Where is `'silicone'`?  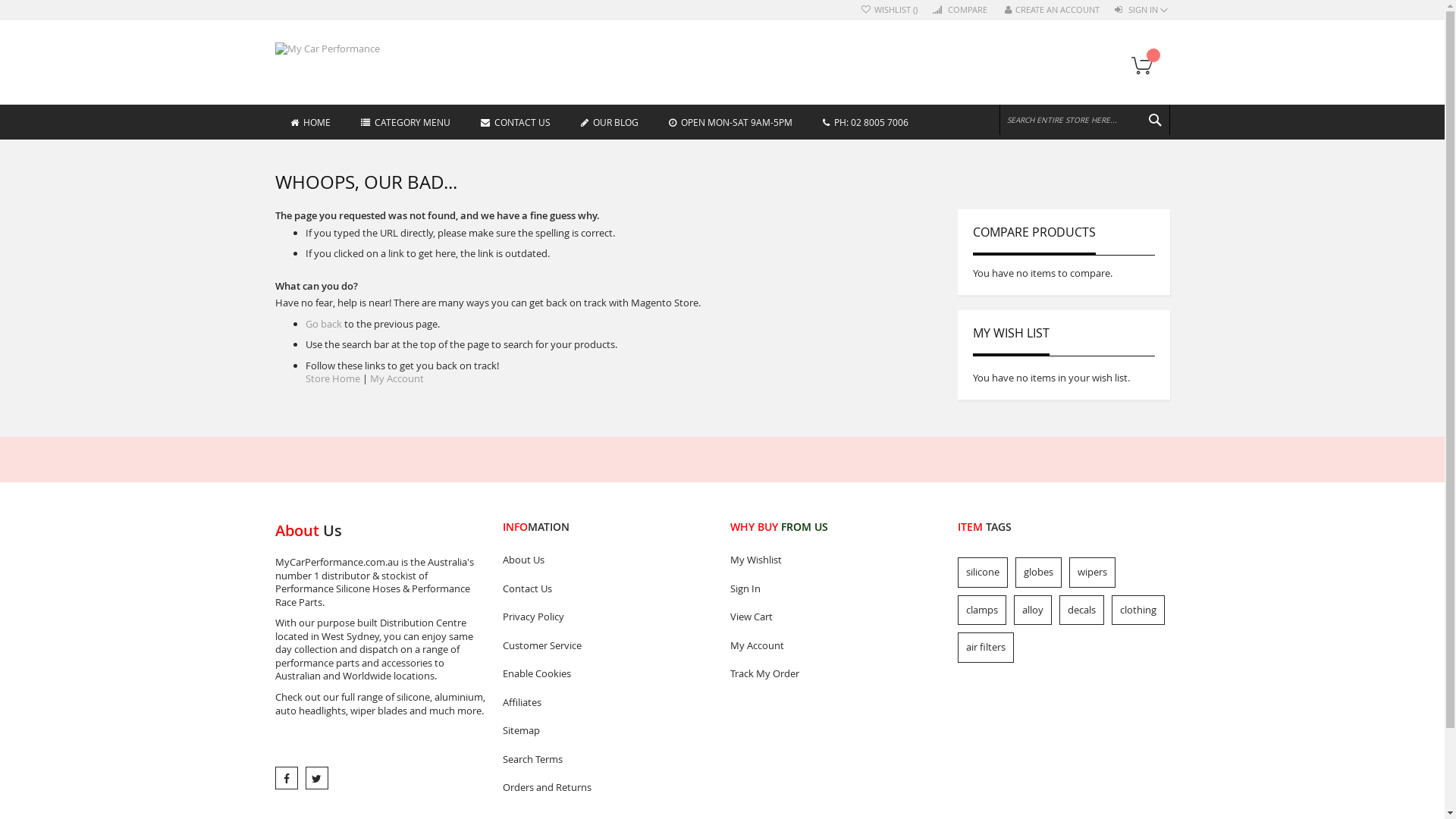
'silicone' is located at coordinates (982, 573).